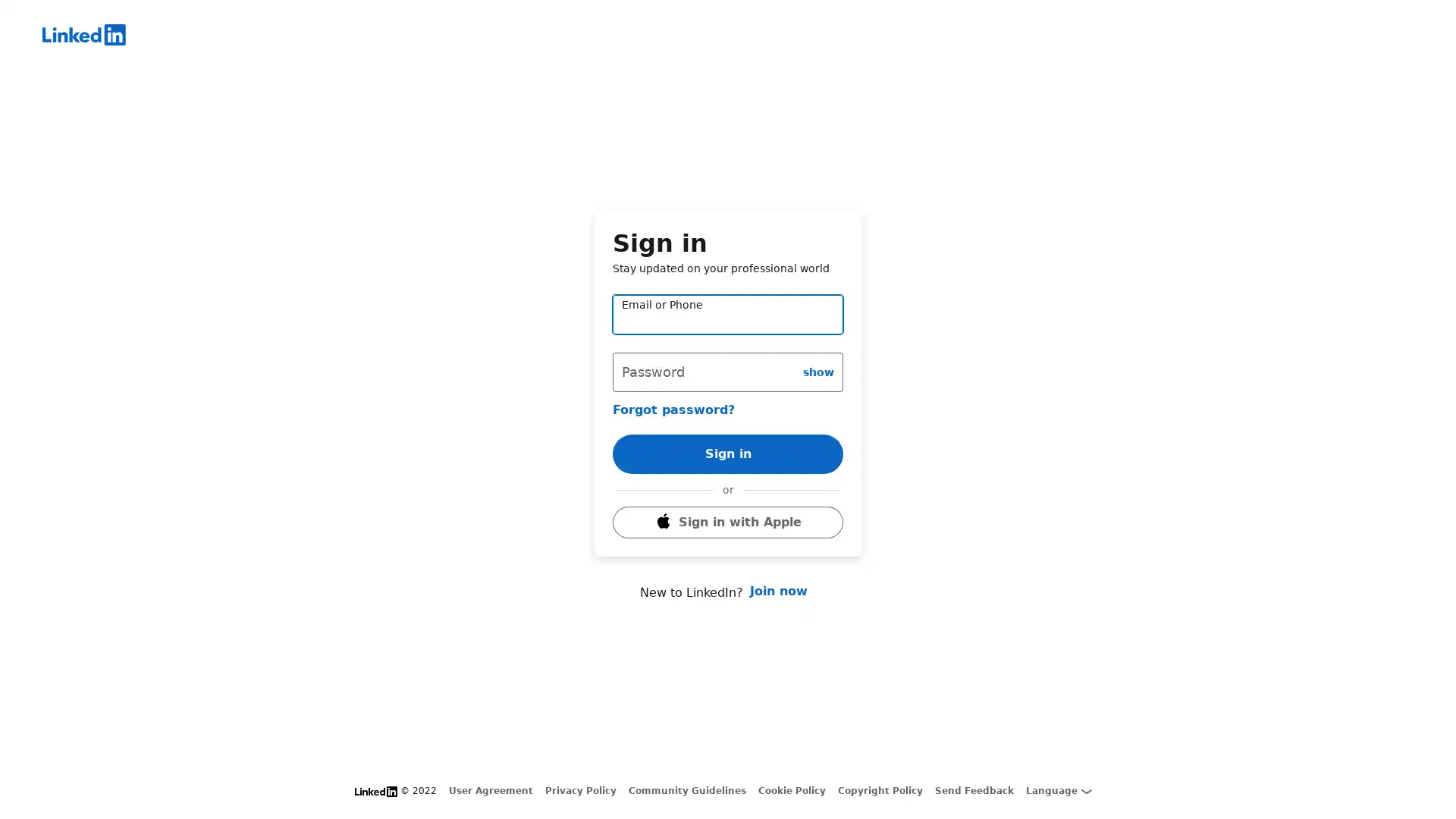 The width and height of the screenshot is (1456, 819). Describe the element at coordinates (728, 502) in the screenshot. I see `Sign in with Google` at that location.